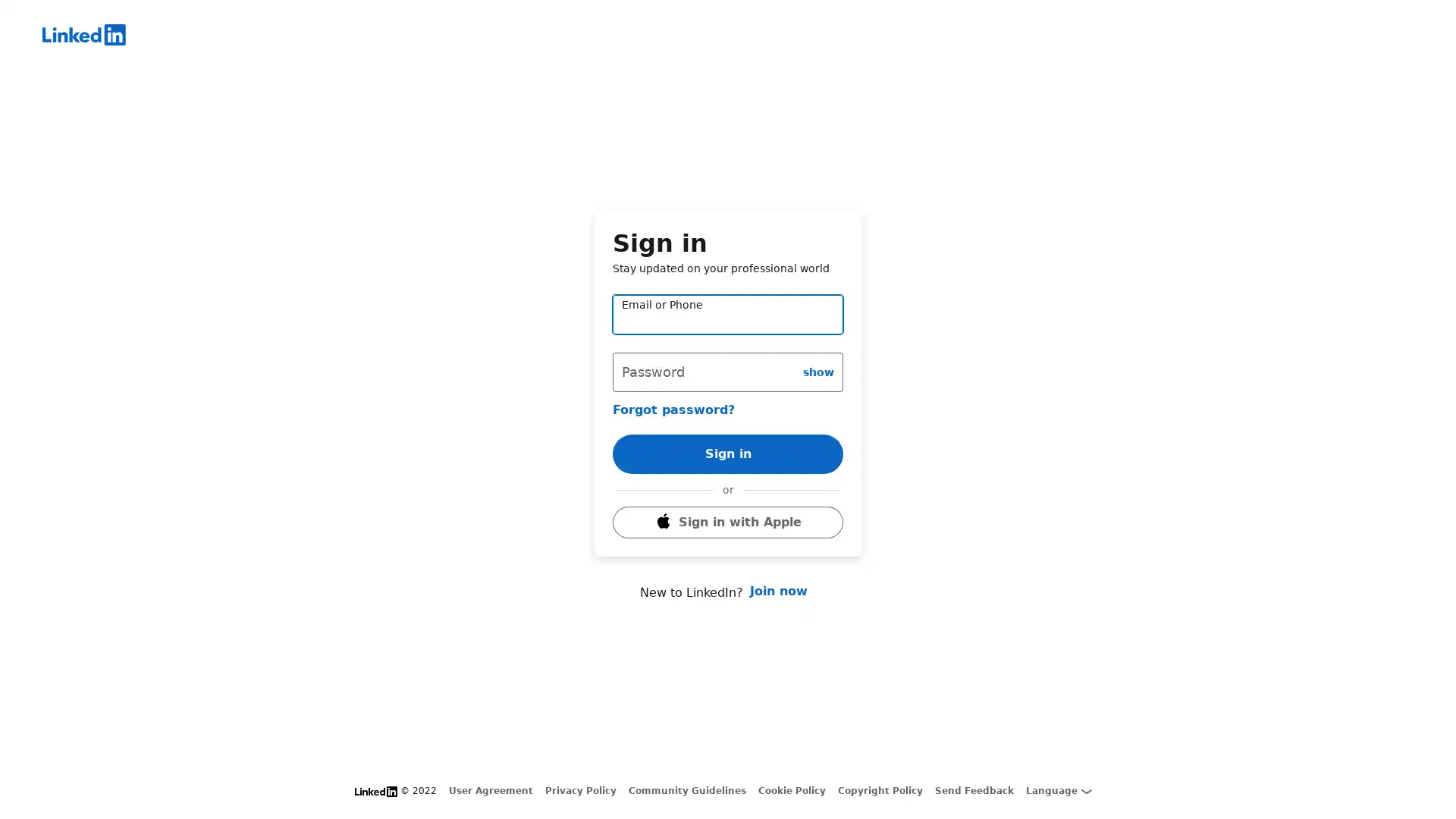 The width and height of the screenshot is (1456, 819). Describe the element at coordinates (728, 502) in the screenshot. I see `Sign in with Google` at that location.